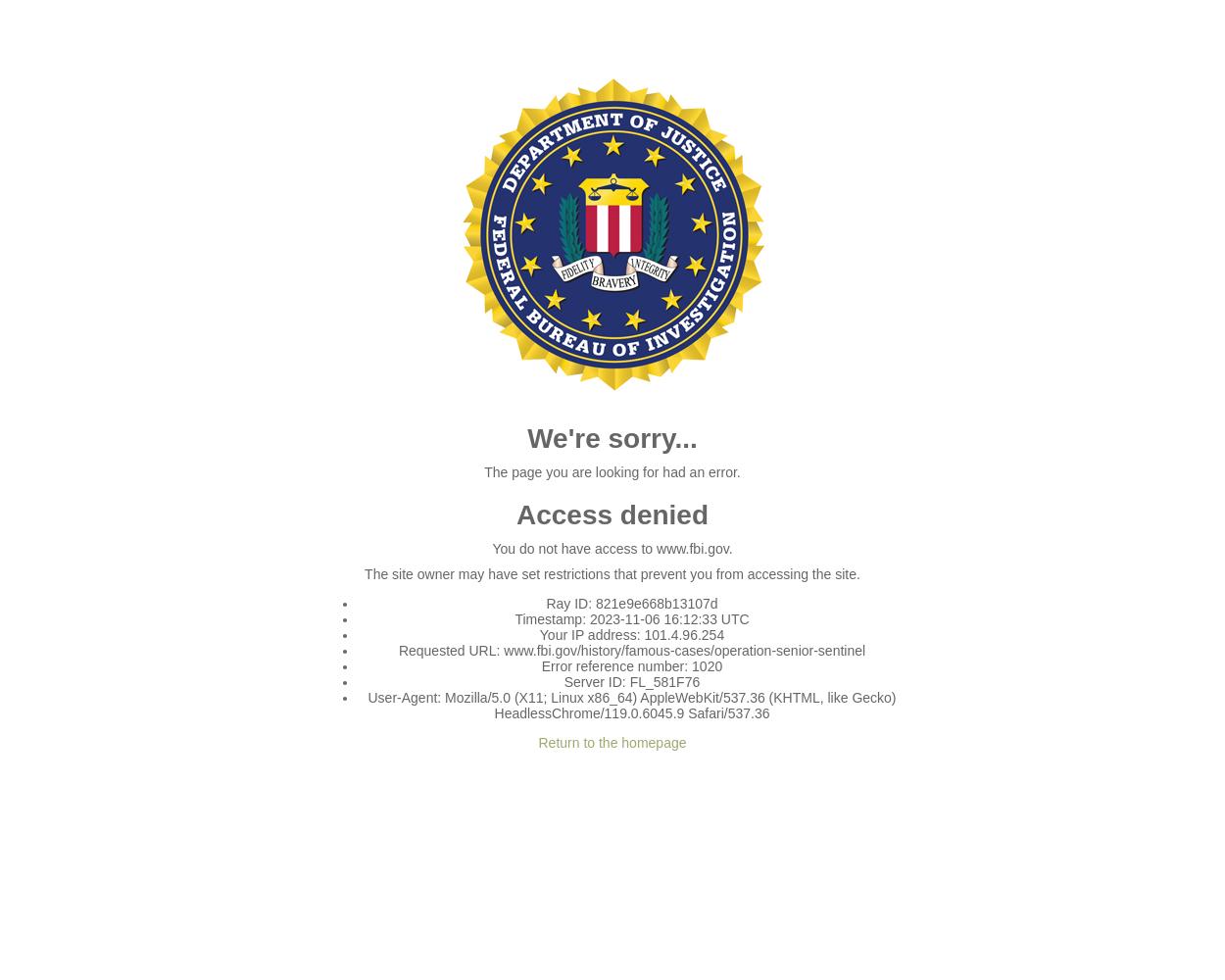 This screenshot has height=980, width=1225. Describe the element at coordinates (611, 471) in the screenshot. I see `'The page you are looking for had an error.'` at that location.